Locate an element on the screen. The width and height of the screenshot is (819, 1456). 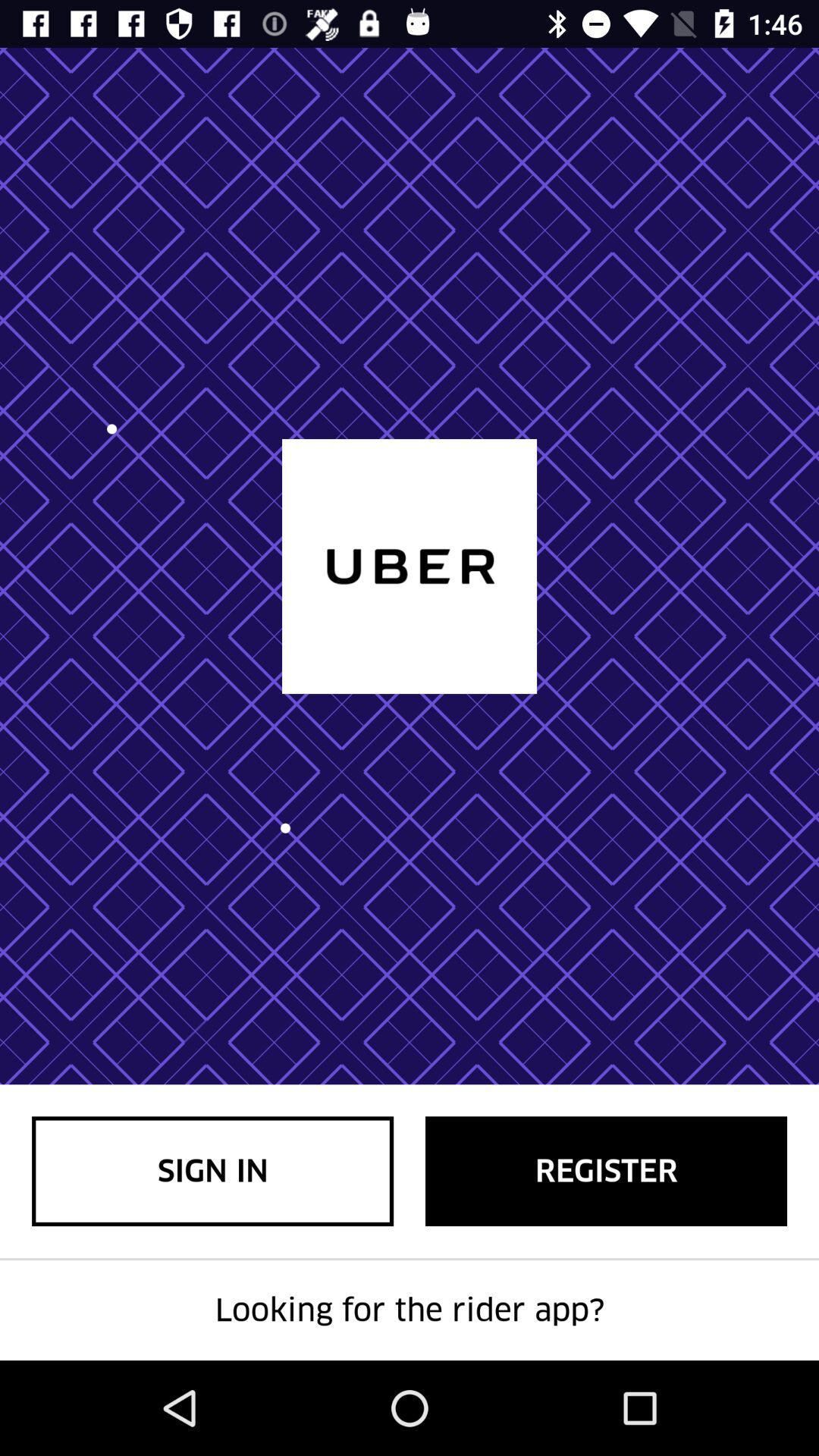
item next to sign in item is located at coordinates (605, 1170).